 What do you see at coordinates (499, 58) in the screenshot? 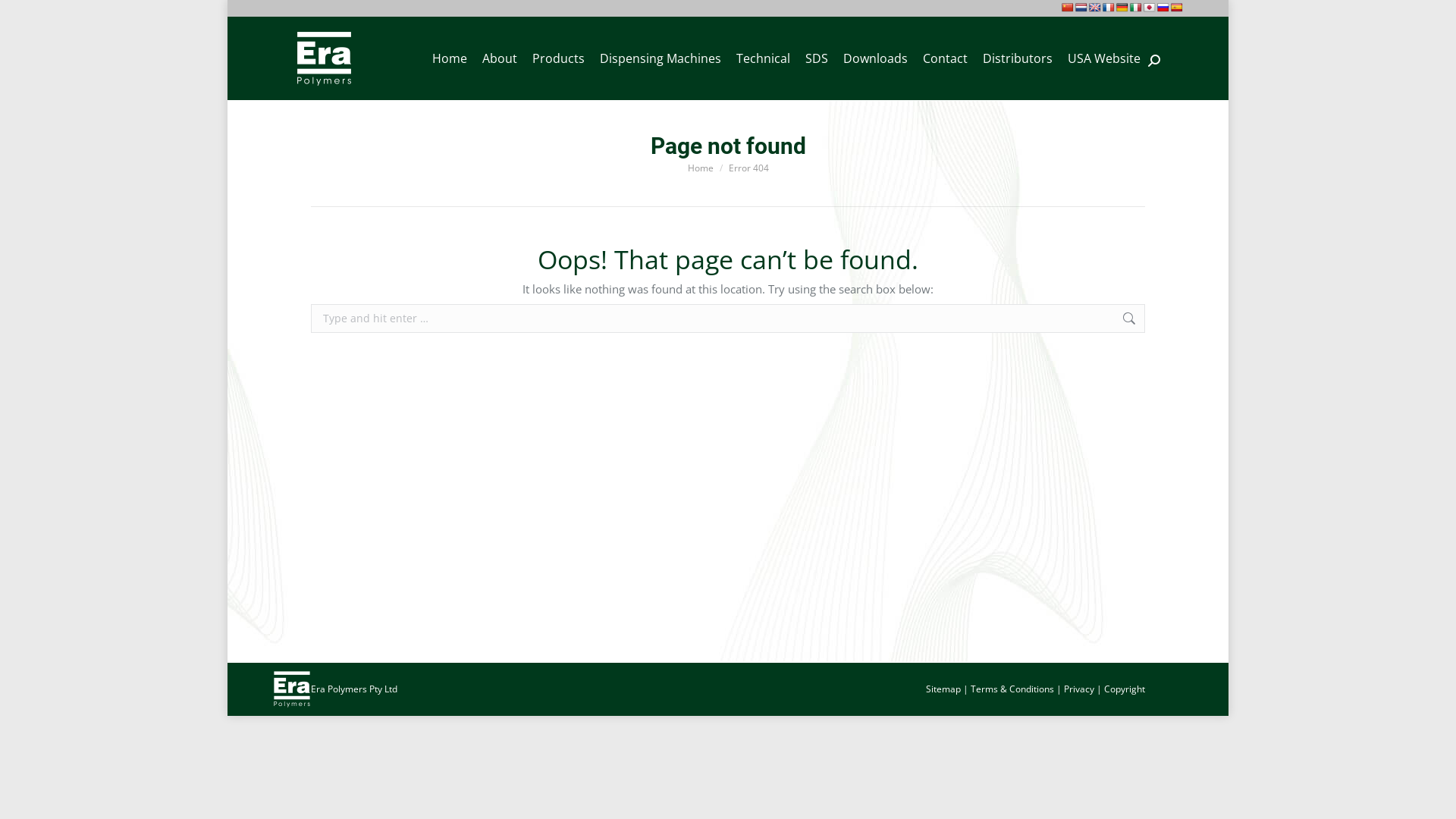
I see `'About'` at bounding box center [499, 58].